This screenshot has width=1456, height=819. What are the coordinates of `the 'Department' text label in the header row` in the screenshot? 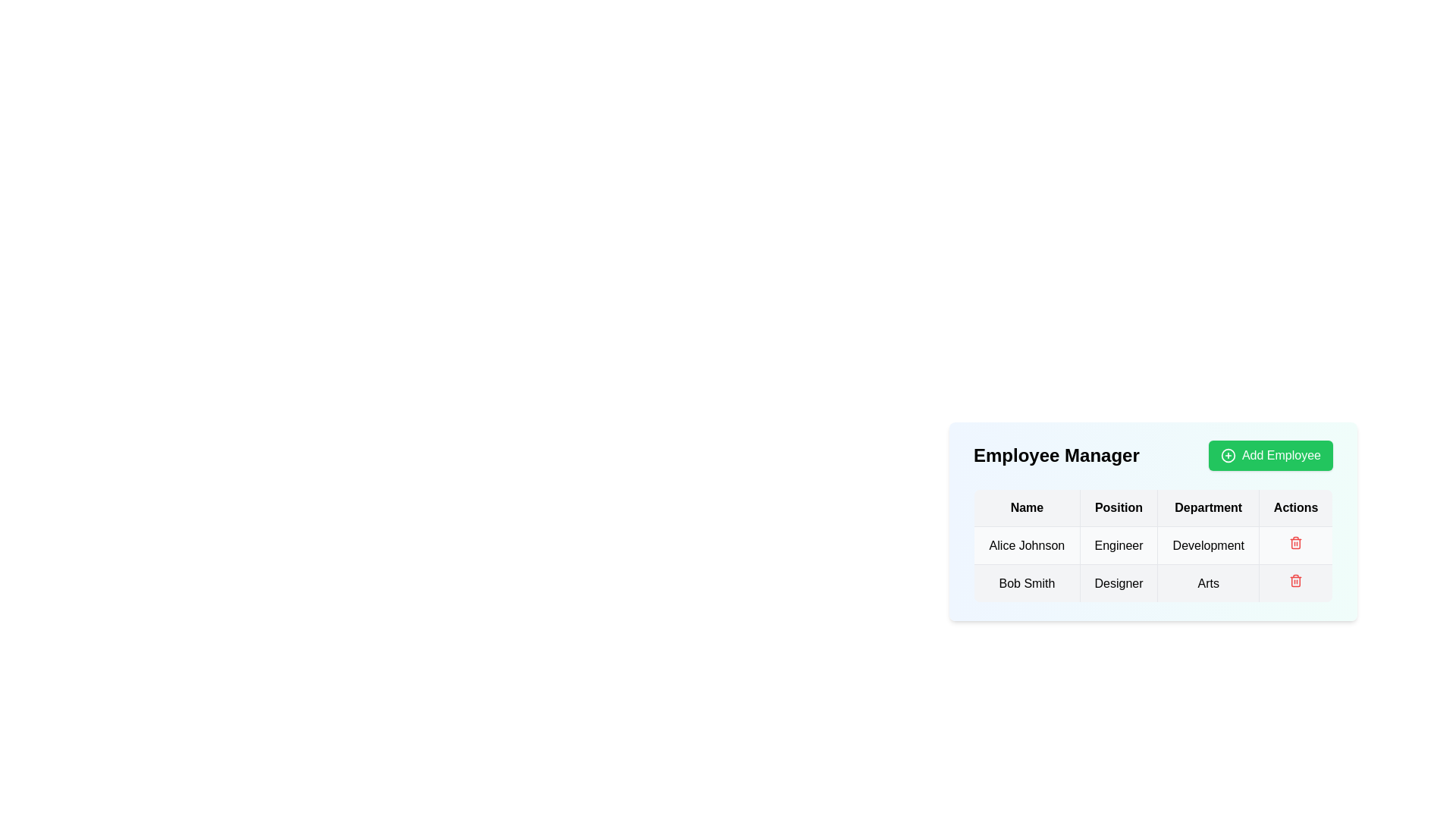 It's located at (1207, 508).